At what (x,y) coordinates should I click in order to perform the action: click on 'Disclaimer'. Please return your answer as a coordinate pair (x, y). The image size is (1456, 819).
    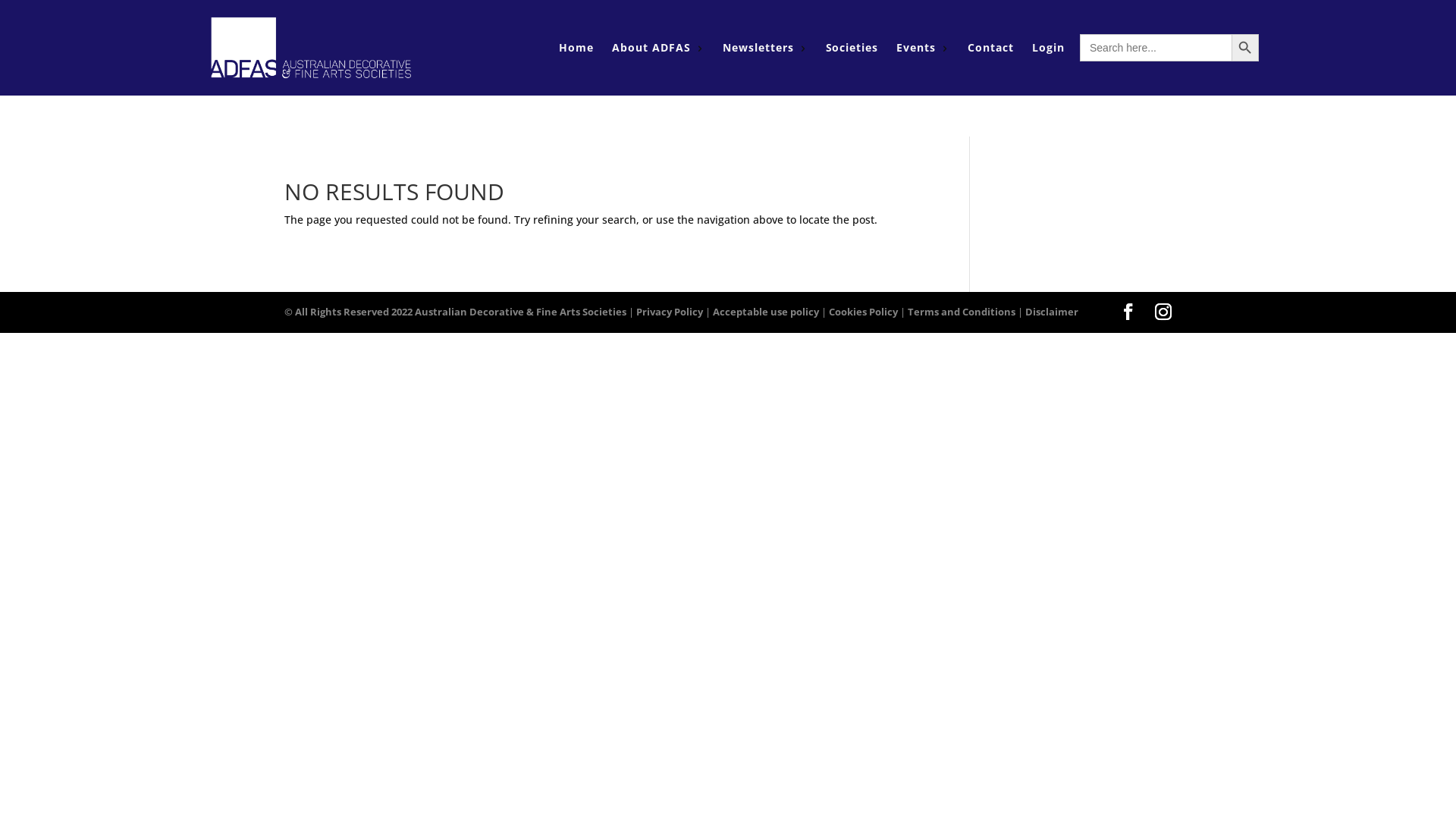
    Looking at the image, I should click on (1051, 311).